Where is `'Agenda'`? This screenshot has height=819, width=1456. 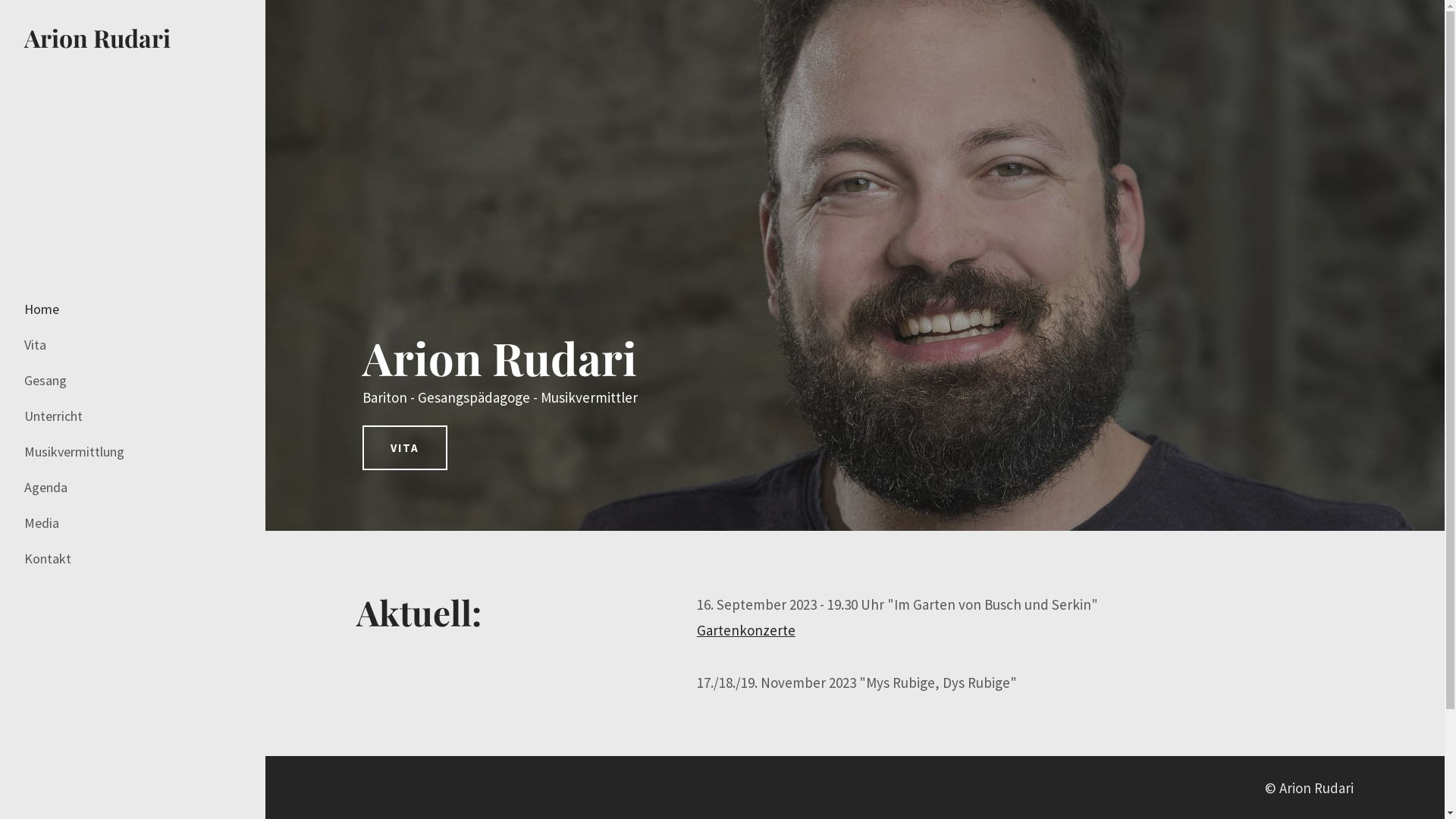 'Agenda' is located at coordinates (50, 488).